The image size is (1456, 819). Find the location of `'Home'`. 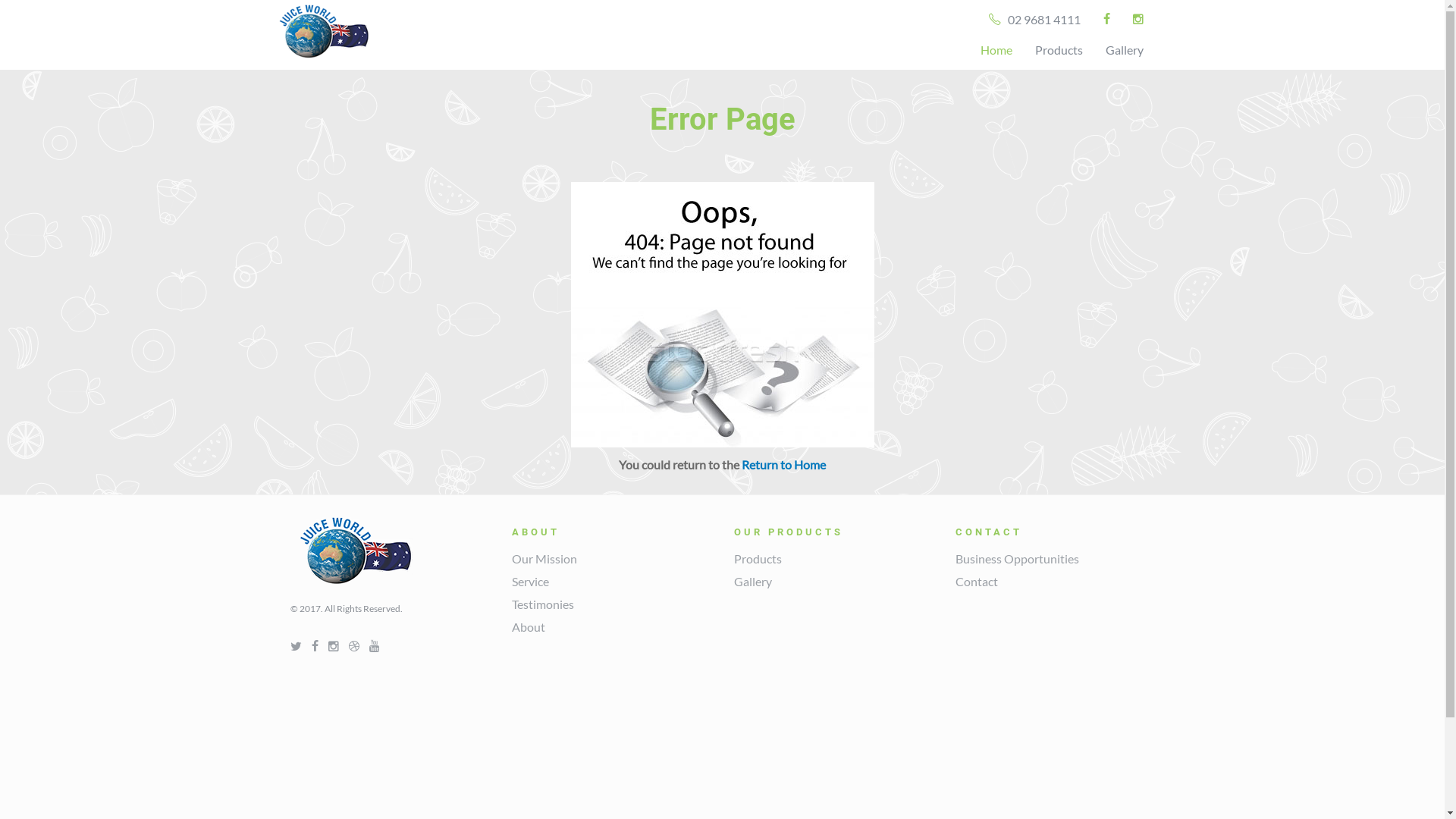

'Home' is located at coordinates (968, 49).